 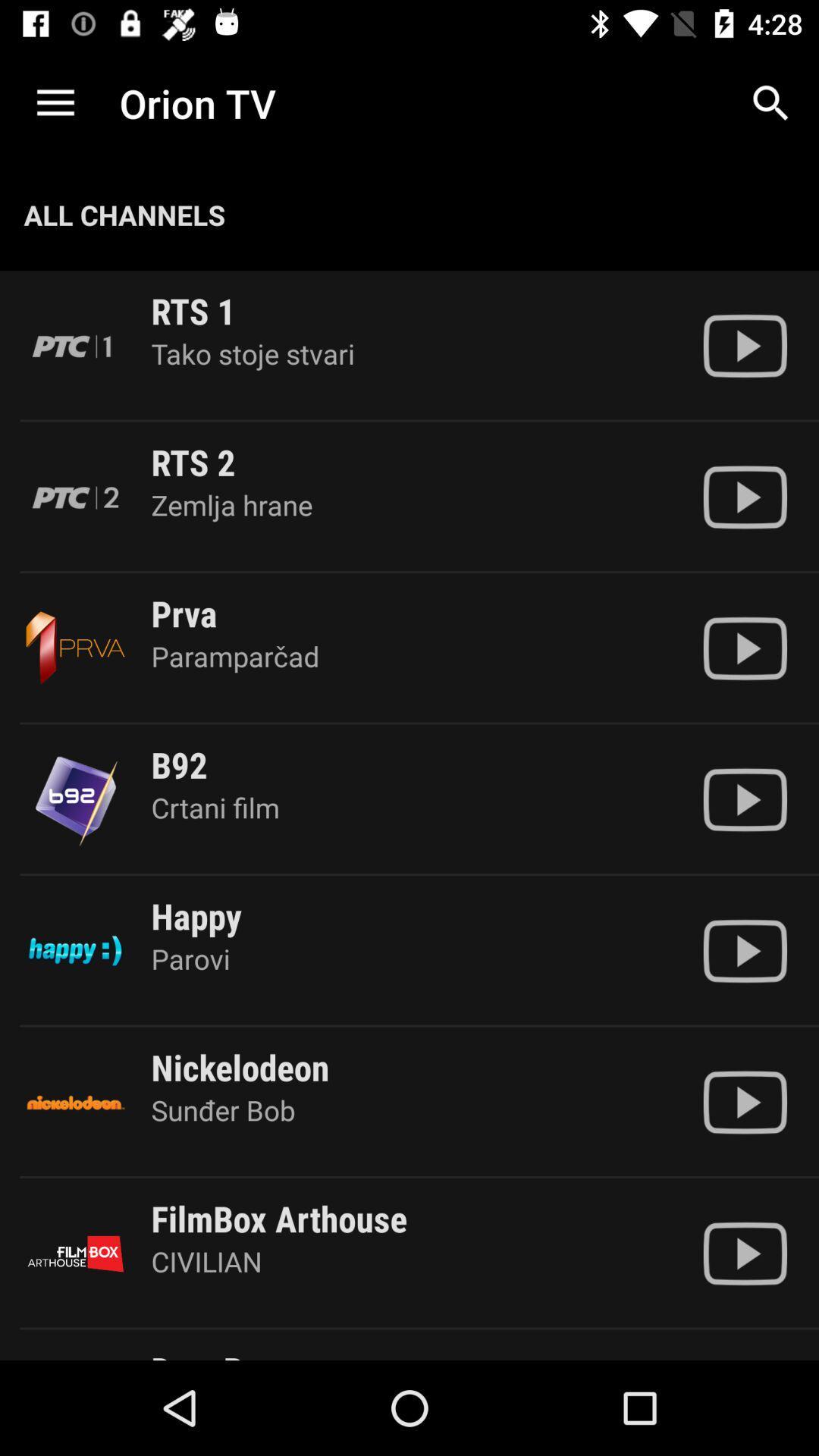 I want to click on selection, so click(x=744, y=1102).